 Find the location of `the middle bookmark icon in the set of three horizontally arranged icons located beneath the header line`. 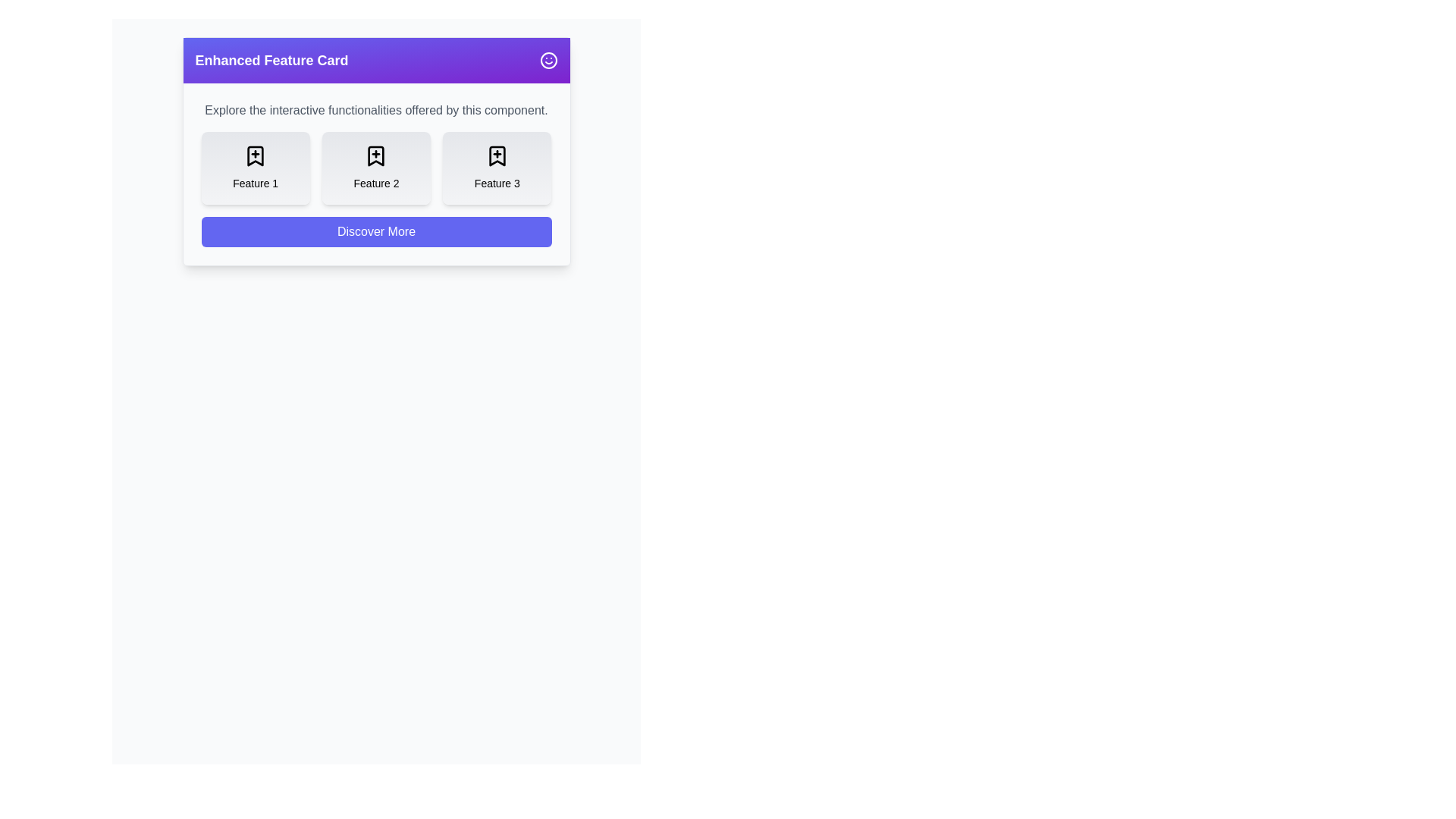

the middle bookmark icon in the set of three horizontally arranged icons located beneath the header line is located at coordinates (376, 155).